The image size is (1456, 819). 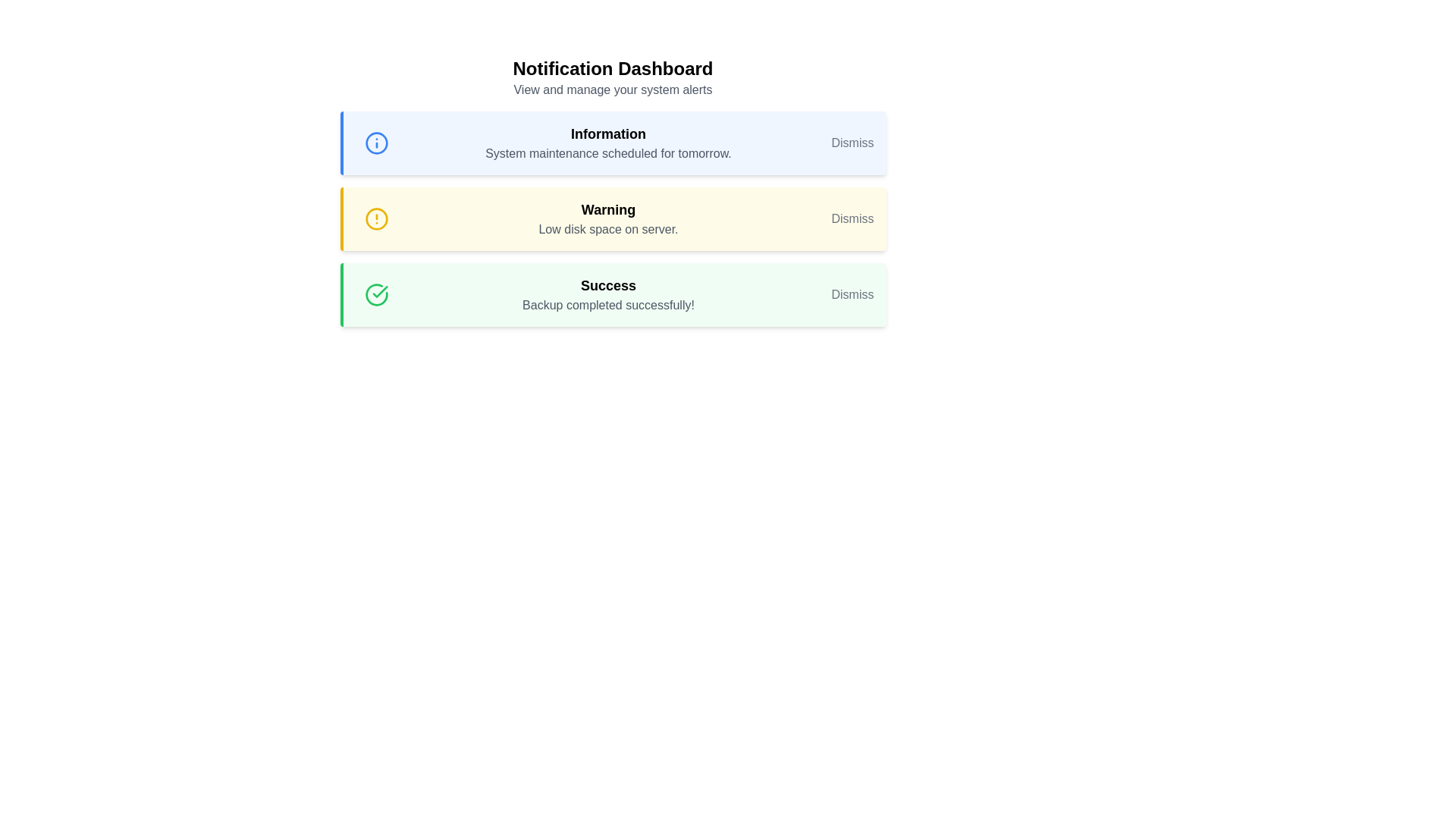 I want to click on the dismiss button located at the far right of the warning notification card, so click(x=852, y=219).